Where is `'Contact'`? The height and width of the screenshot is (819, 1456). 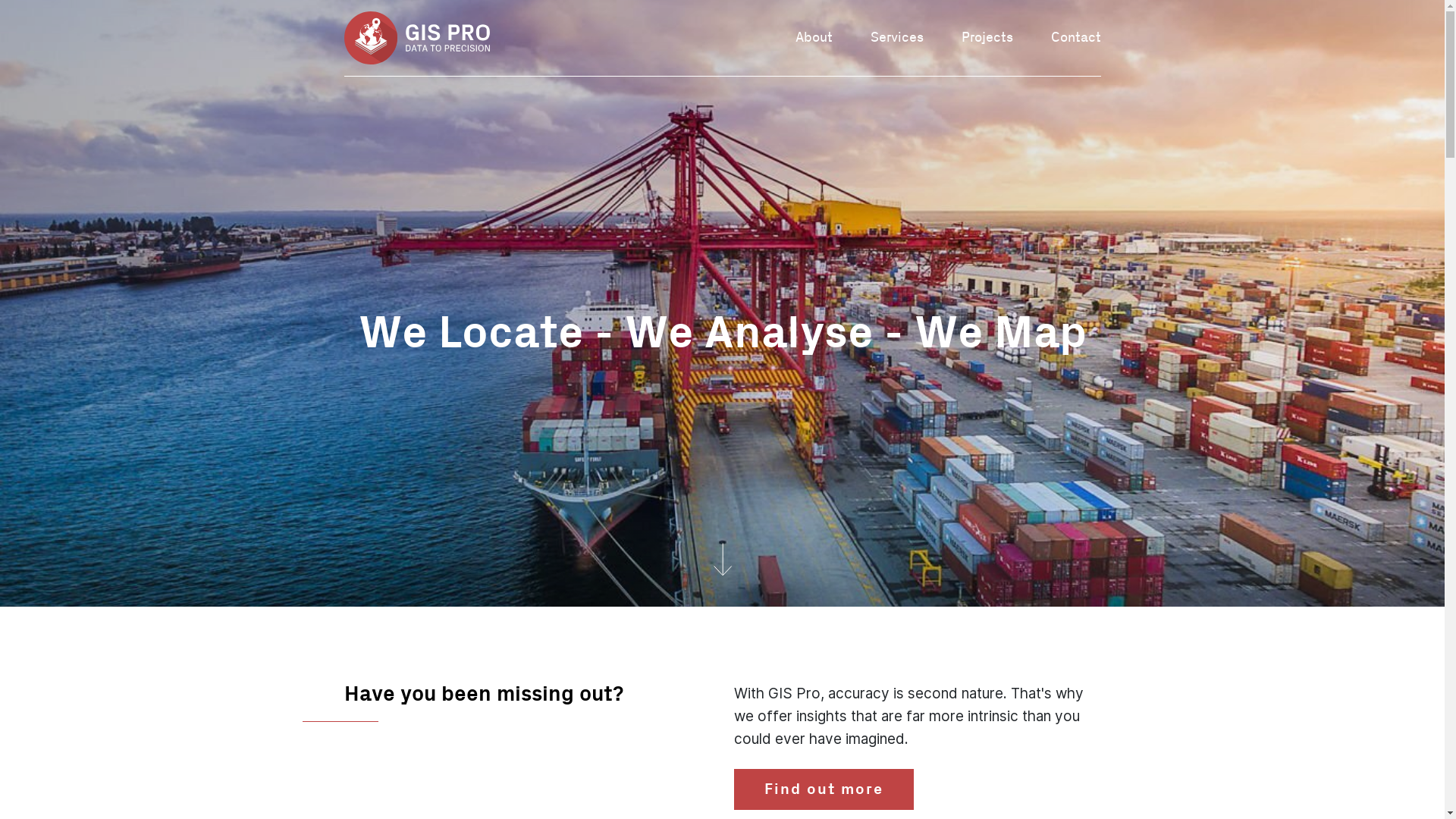
'Contact' is located at coordinates (1075, 36).